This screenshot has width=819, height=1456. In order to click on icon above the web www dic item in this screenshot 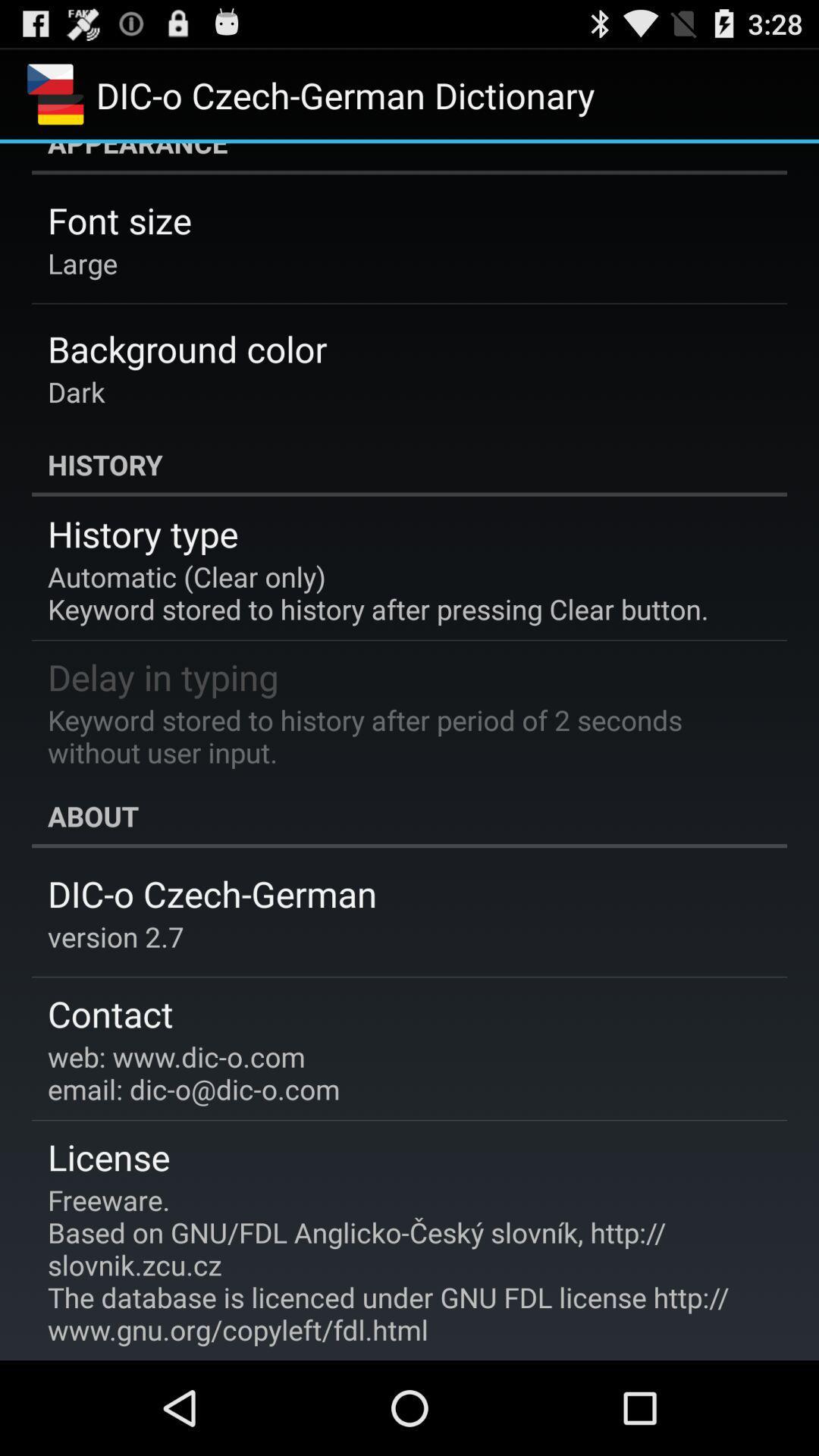, I will do `click(109, 1013)`.